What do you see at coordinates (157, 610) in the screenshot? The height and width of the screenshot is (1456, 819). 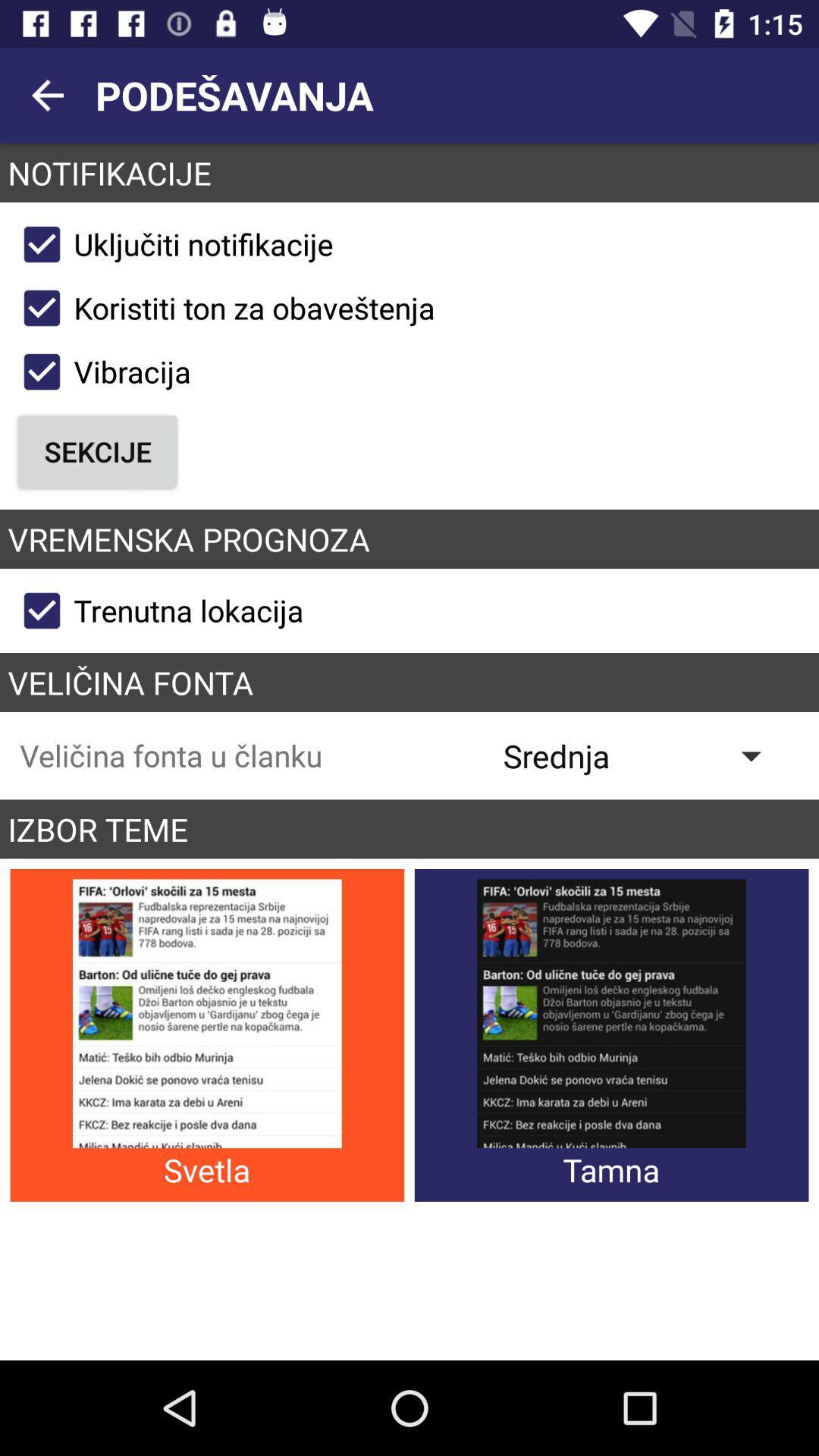 I see `the trenutna lokacija icon` at bounding box center [157, 610].